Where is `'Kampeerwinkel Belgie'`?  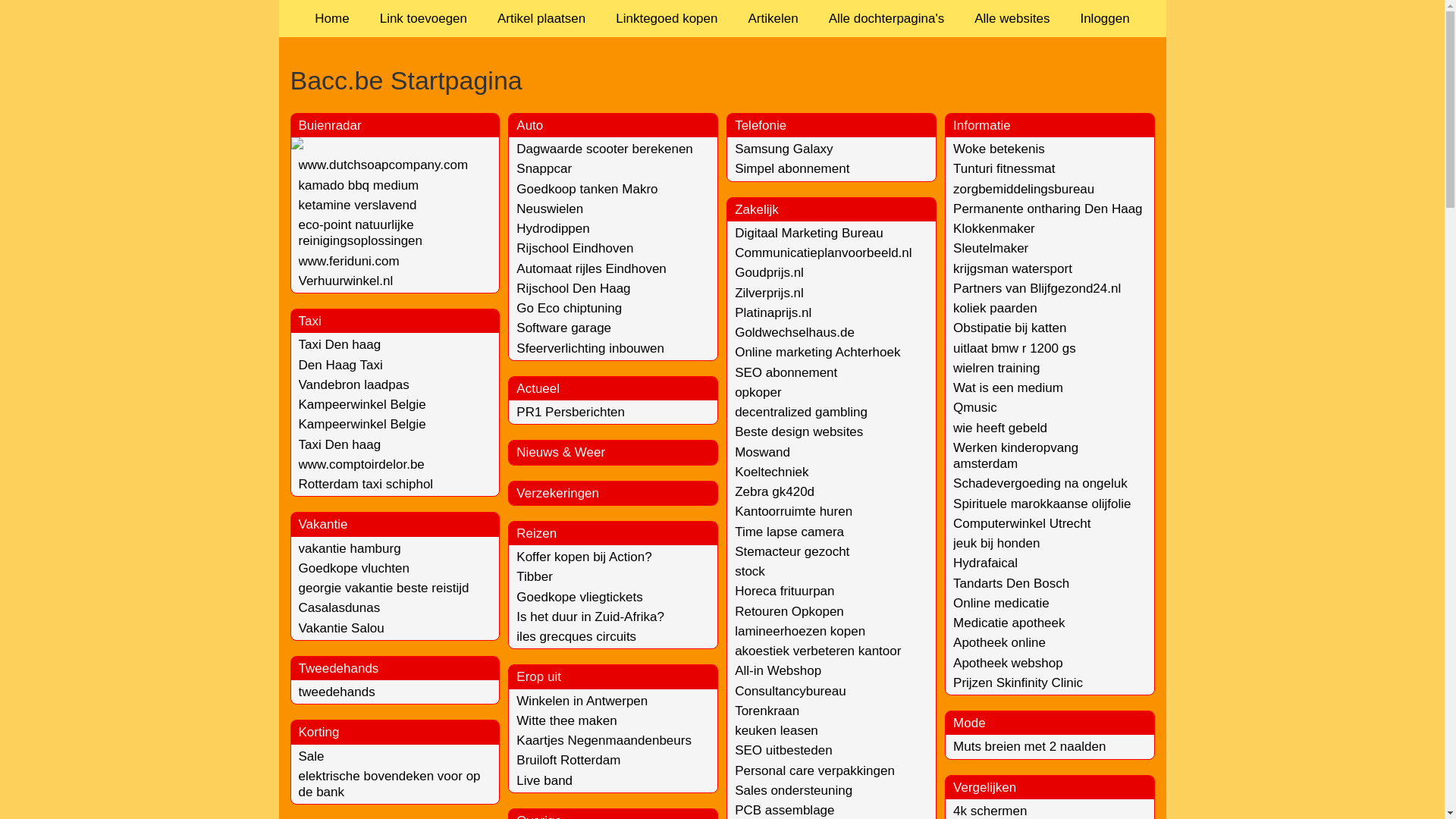 'Kampeerwinkel Belgie' is located at coordinates (298, 403).